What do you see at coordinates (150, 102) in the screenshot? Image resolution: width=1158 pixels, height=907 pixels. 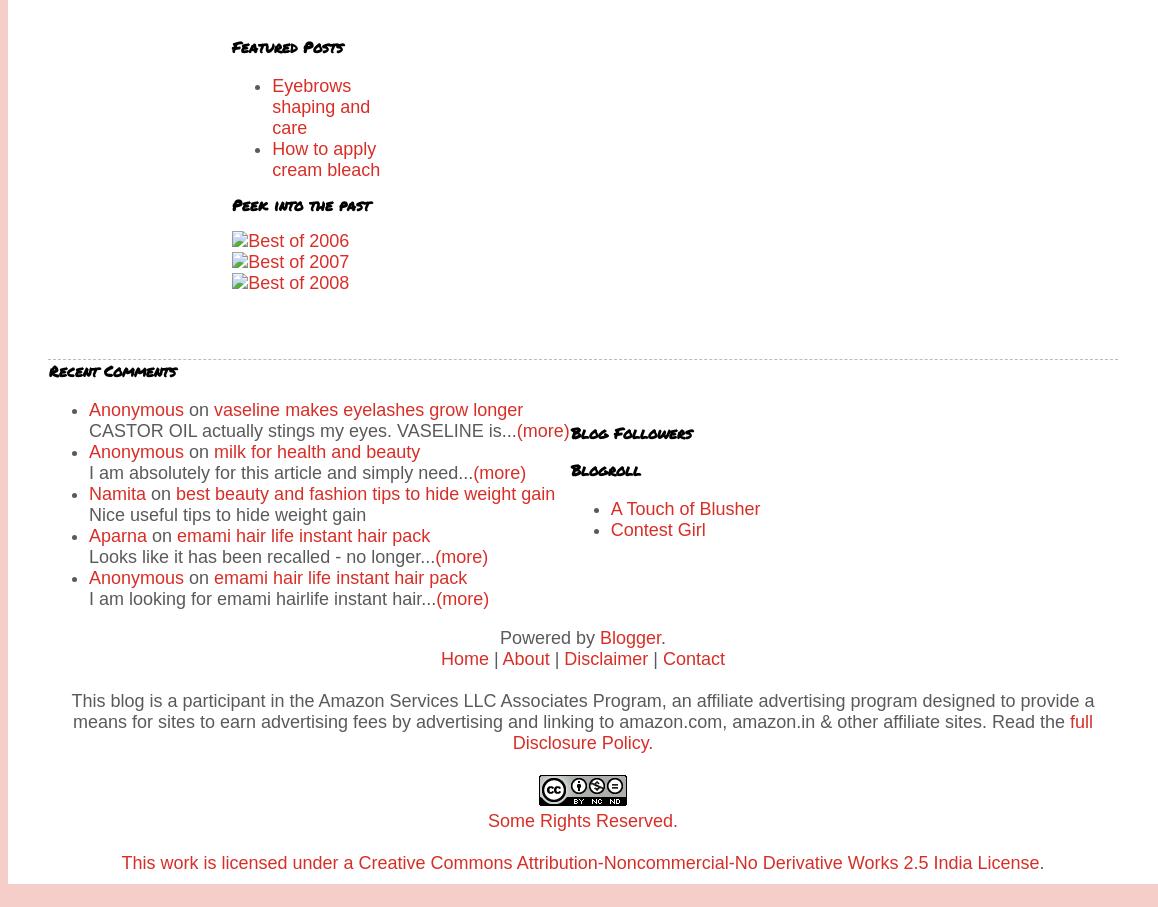 I see `'Vaseline makes eyelashes grow longer and thicker'` at bounding box center [150, 102].